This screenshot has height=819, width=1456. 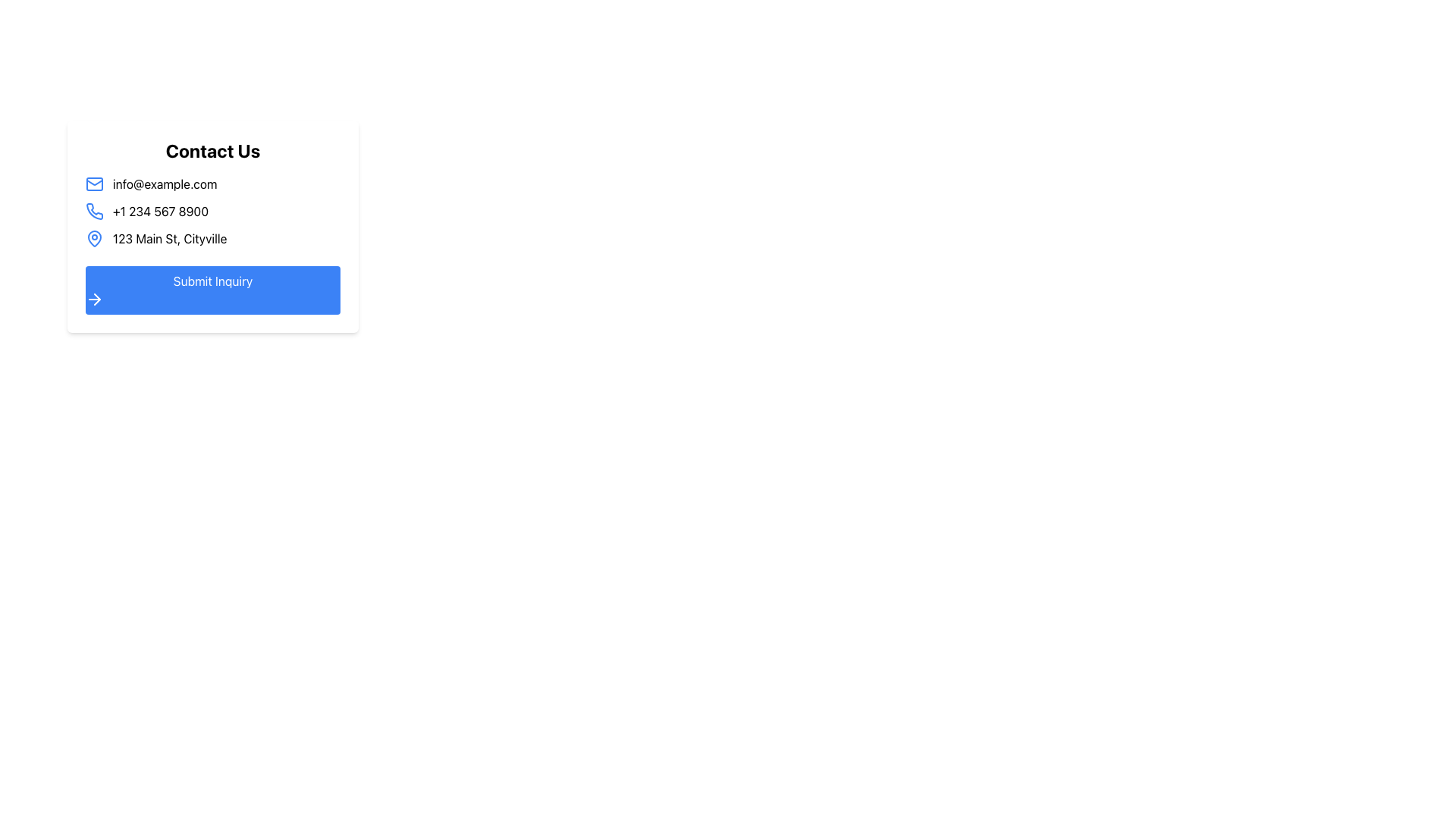 What do you see at coordinates (93, 237) in the screenshot?
I see `the blue map pin icon located next to the text '123 Main St, Cityville' in the 'Contact Us' section` at bounding box center [93, 237].